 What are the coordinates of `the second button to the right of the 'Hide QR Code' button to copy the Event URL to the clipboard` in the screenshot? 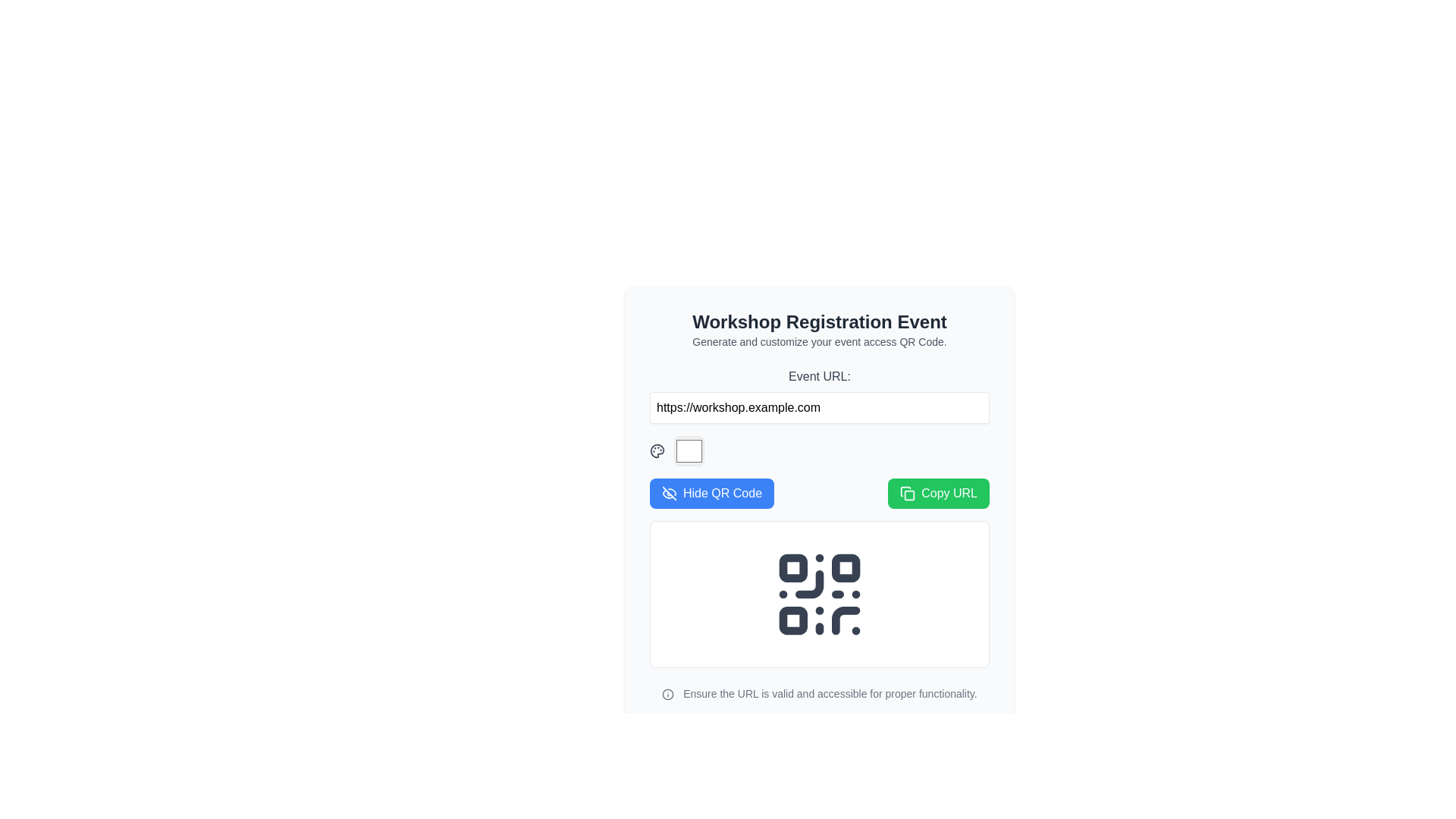 It's located at (938, 494).